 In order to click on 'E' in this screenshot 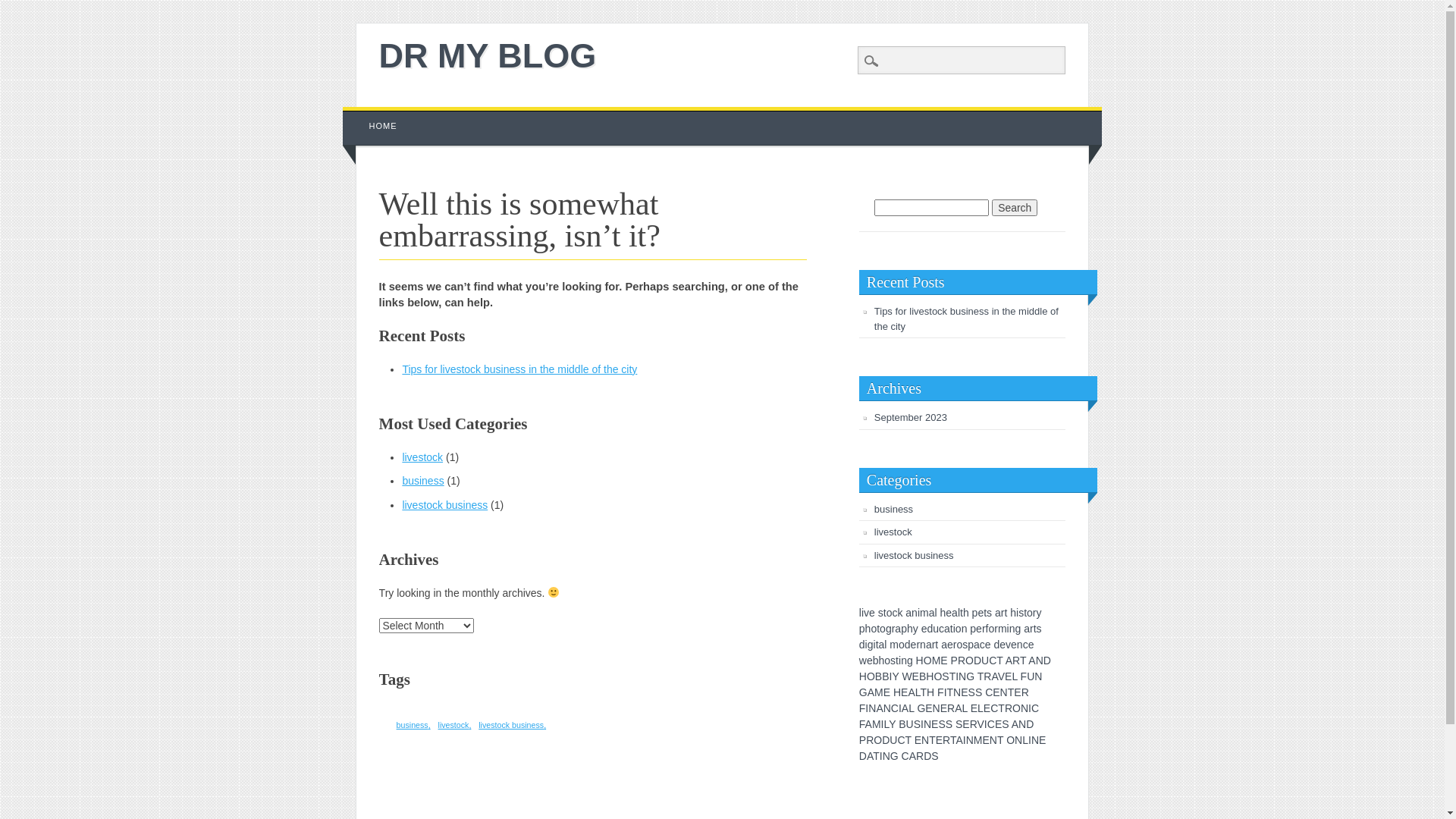, I will do `click(943, 708)`.